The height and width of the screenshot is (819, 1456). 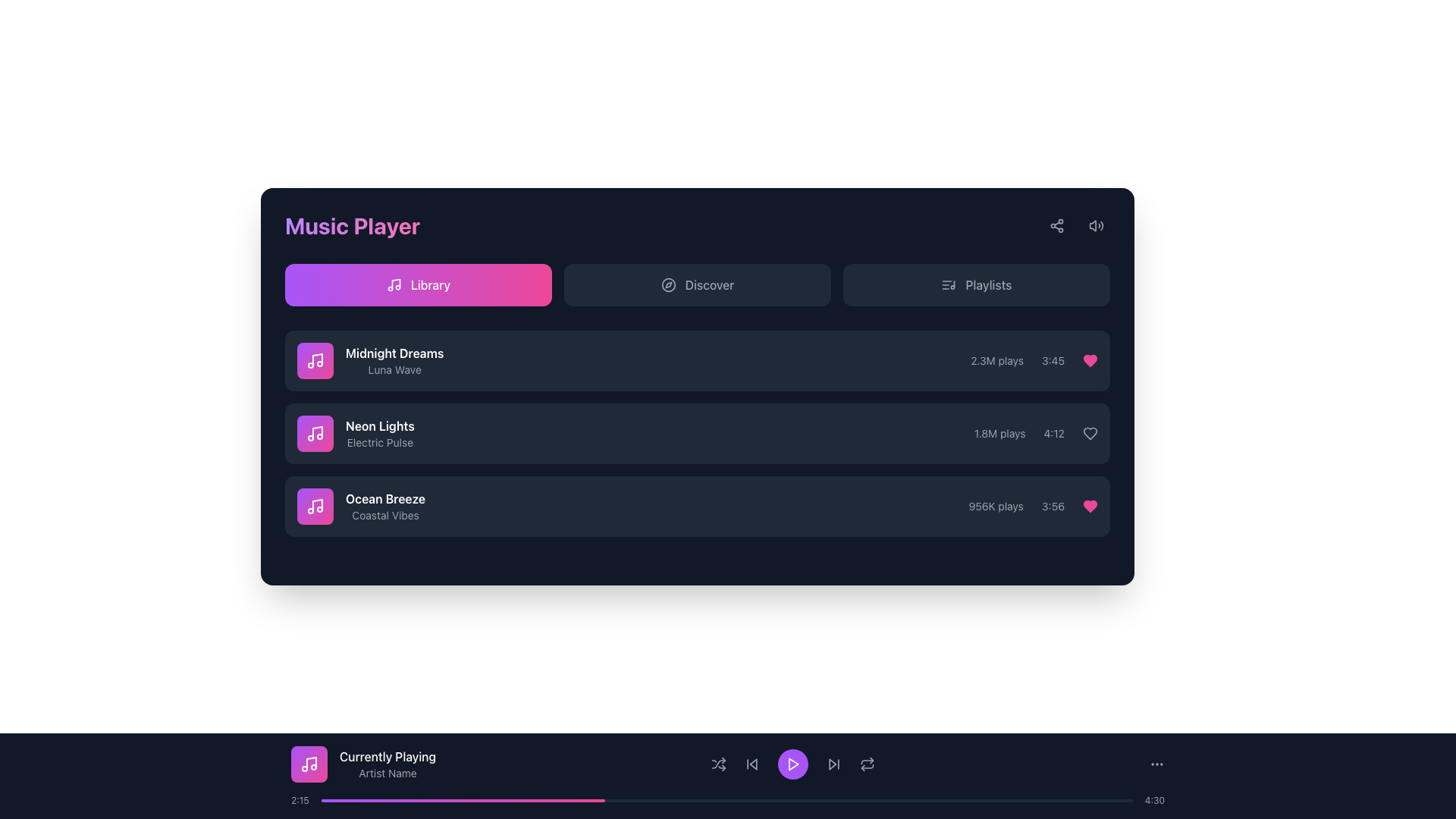 I want to click on the prominent 'Library' text label, styled with white text on a vibrant gradient background, so click(x=429, y=284).